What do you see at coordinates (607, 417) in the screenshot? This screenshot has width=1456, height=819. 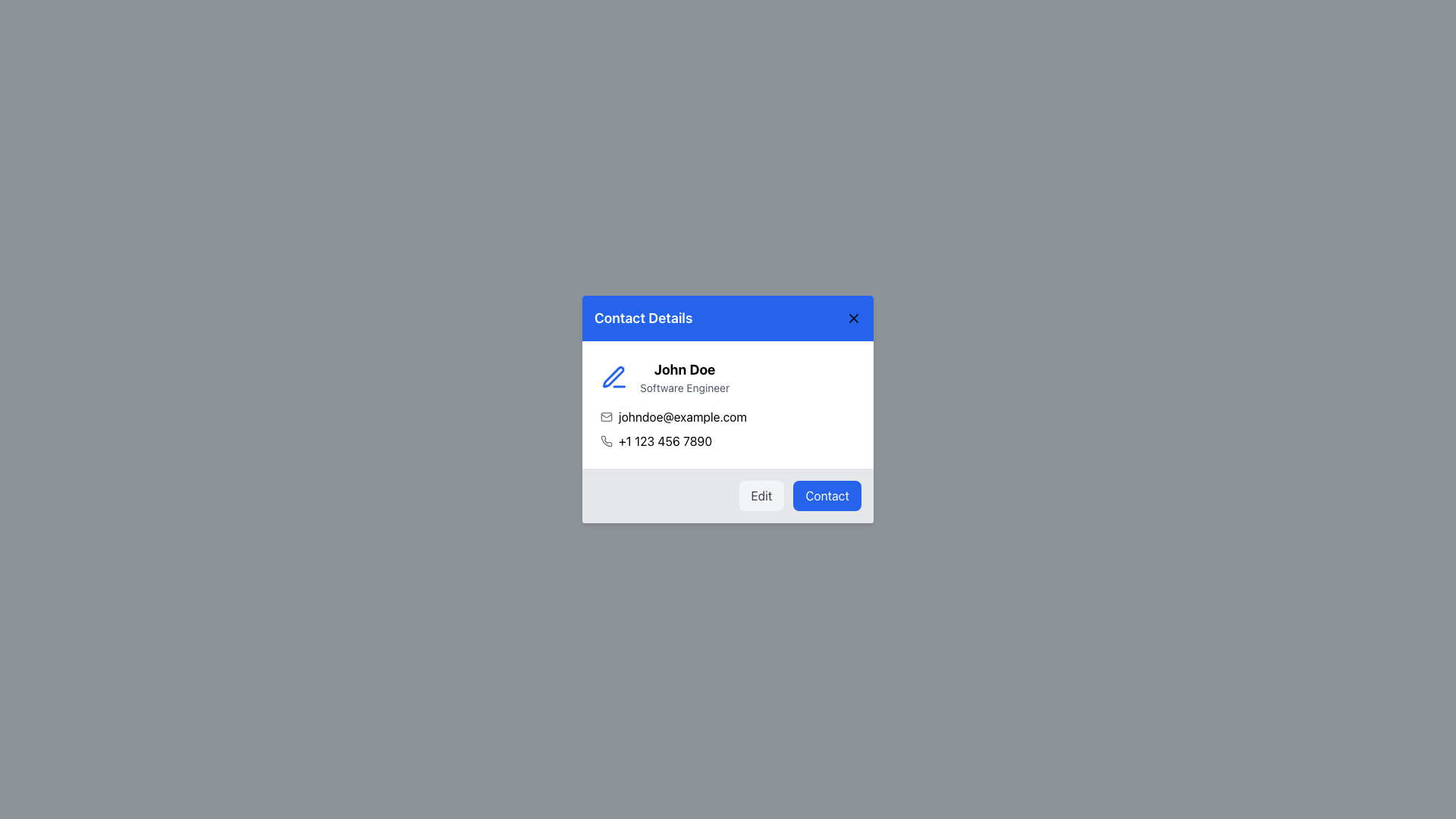 I see `the email icon which serves as a visual identifier for the email address` at bounding box center [607, 417].